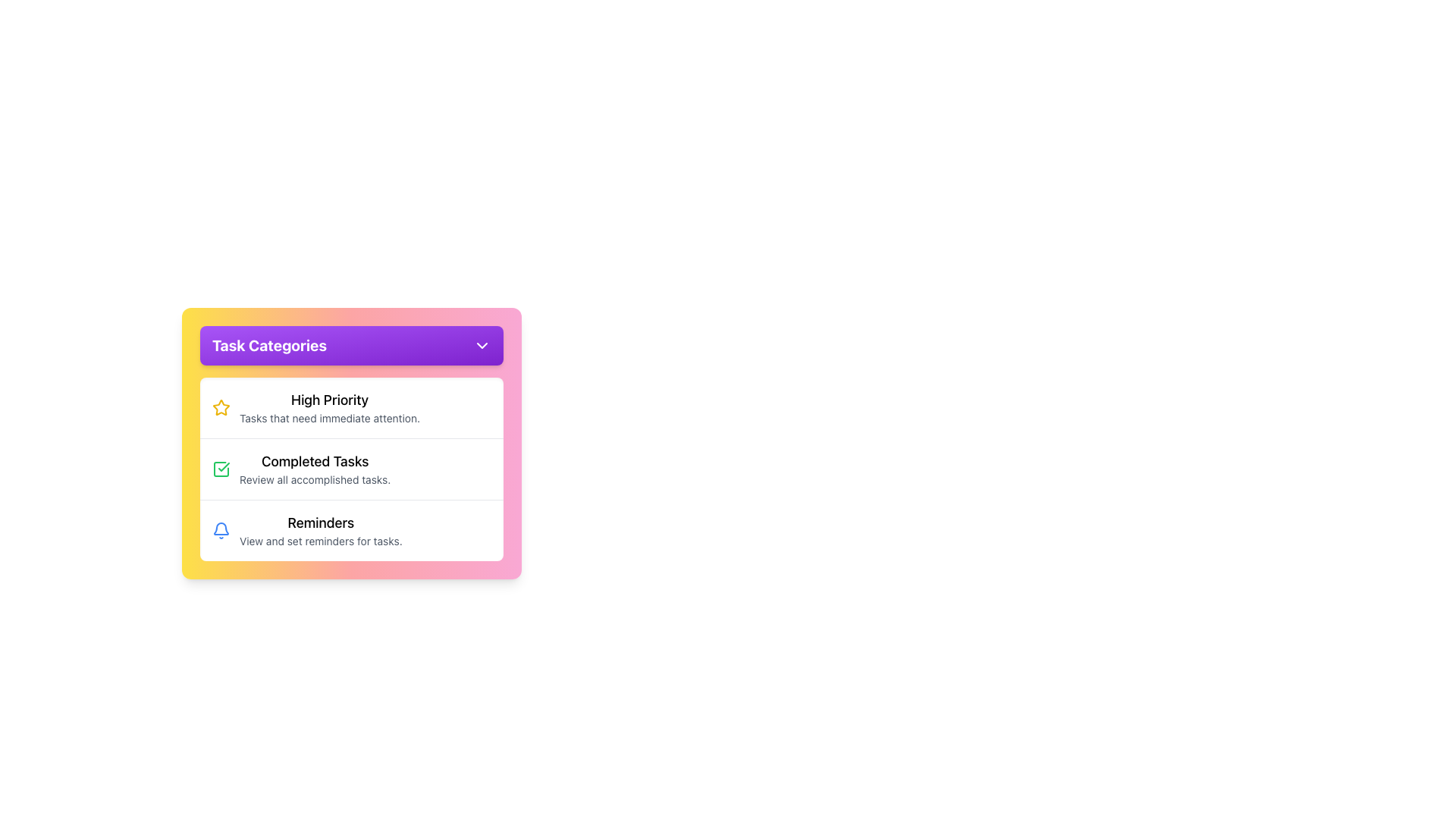 The width and height of the screenshot is (1456, 819). What do you see at coordinates (351, 468) in the screenshot?
I see `information displayed in the List of categorized cards, which is a subsection of the 'Task Categories' panel with a white background and rounded corners, positioned under the header` at bounding box center [351, 468].